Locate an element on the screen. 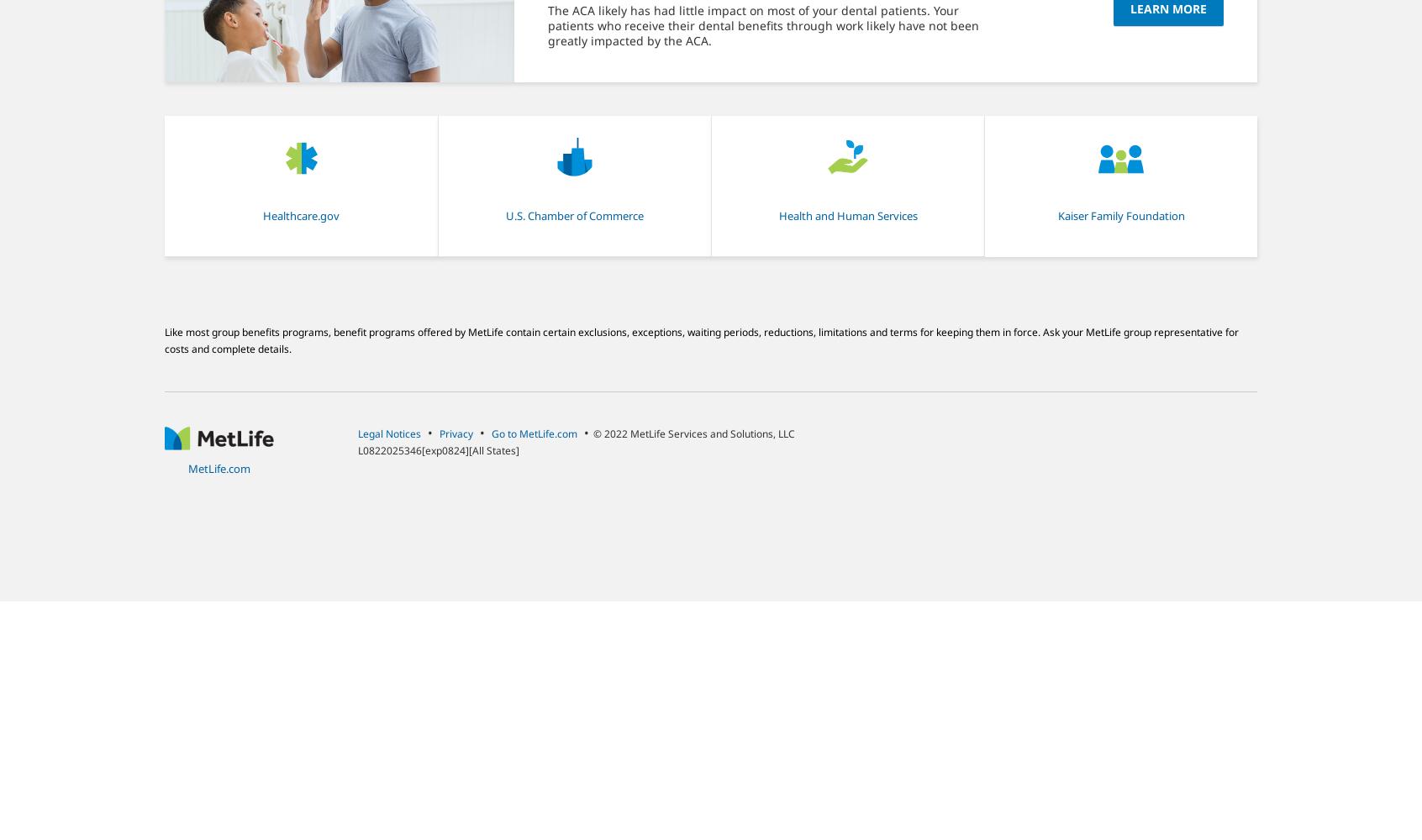 Image resolution: width=1422 pixels, height=840 pixels. '© 2022 MetLife Services and Solutions, LLC' is located at coordinates (694, 433).